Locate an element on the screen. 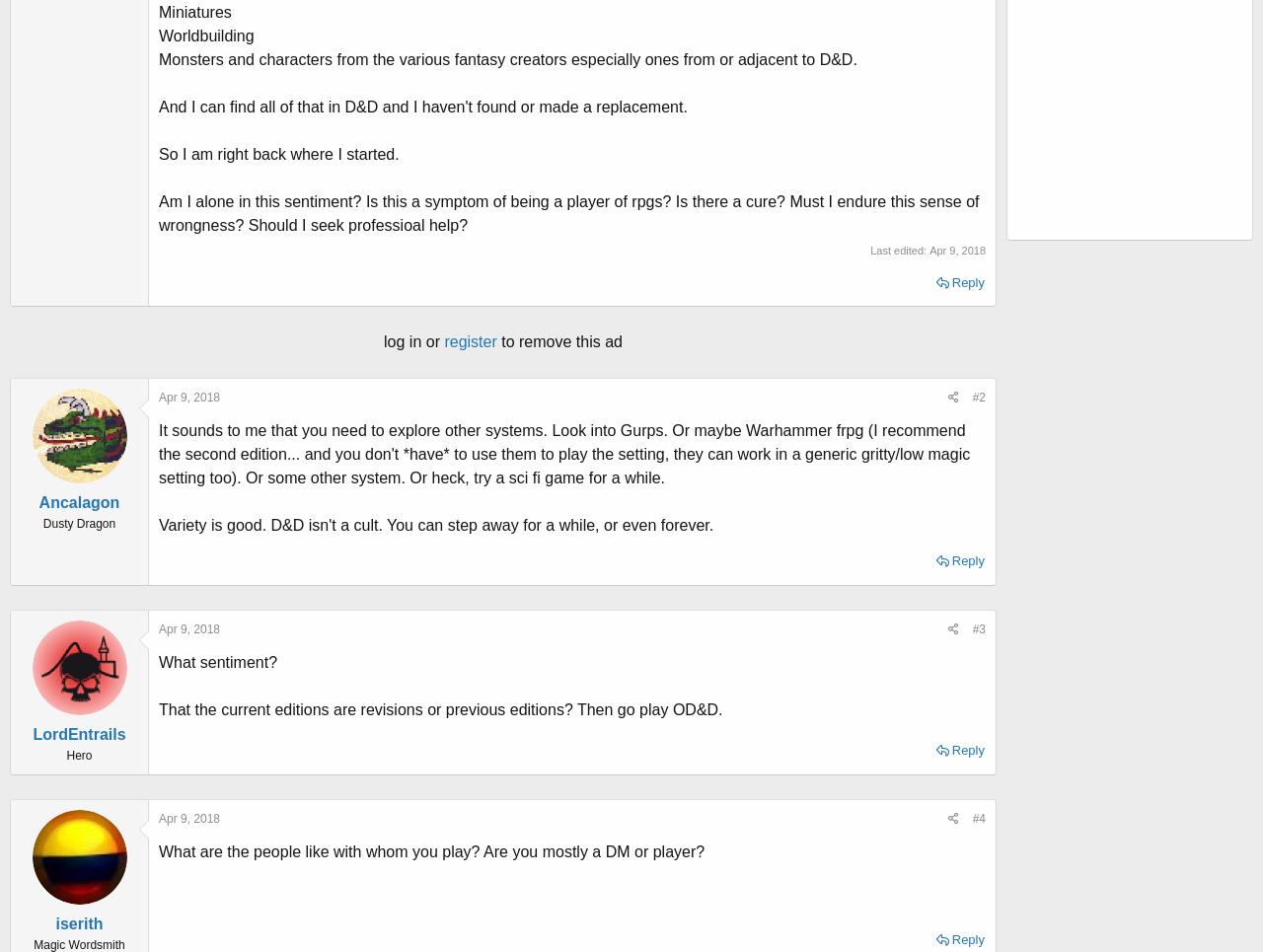 The image size is (1263, 952). 'Last edited:' is located at coordinates (899, 249).